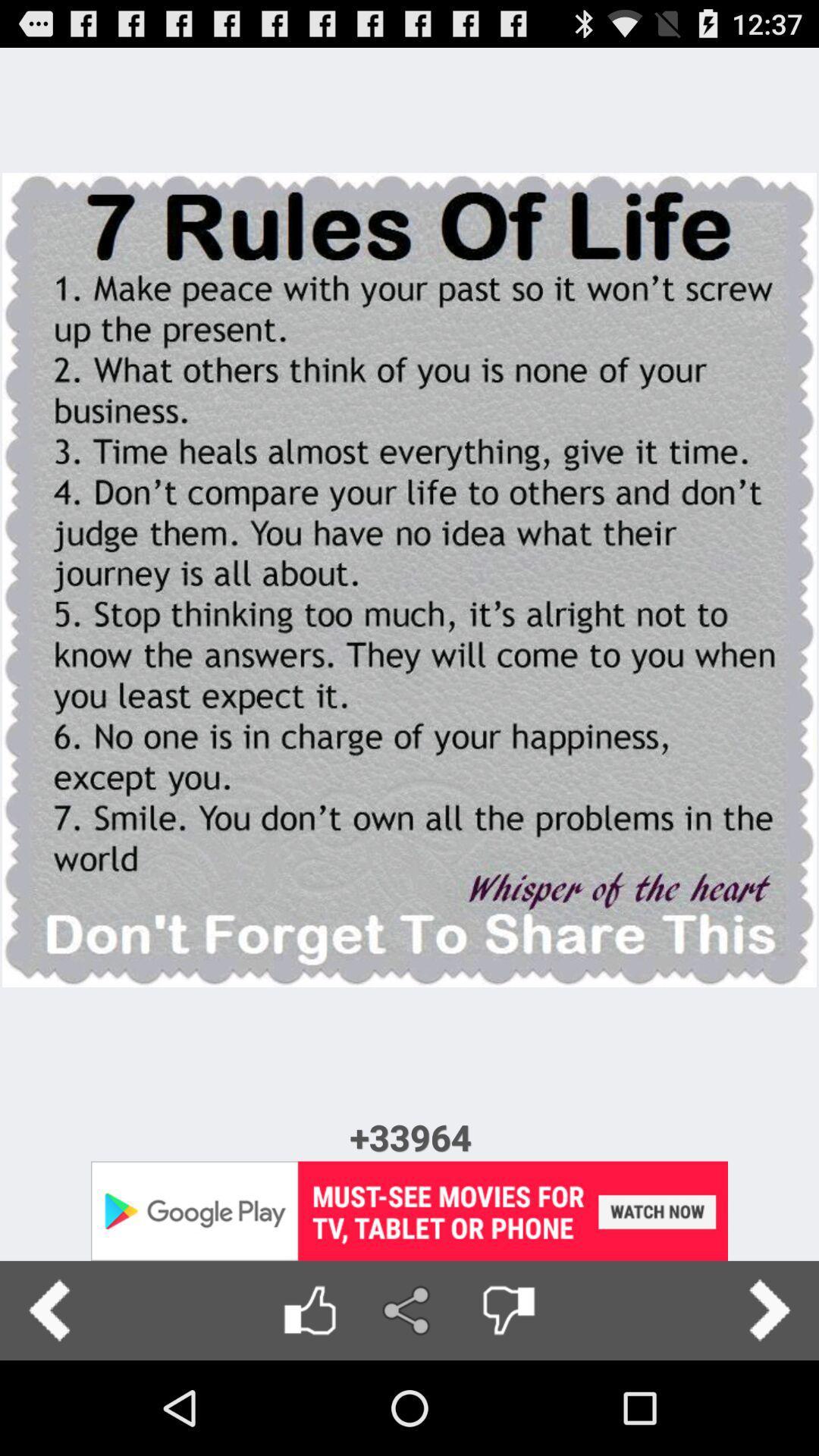 The image size is (819, 1456). I want to click on the arrow_forward icon, so click(769, 1401).